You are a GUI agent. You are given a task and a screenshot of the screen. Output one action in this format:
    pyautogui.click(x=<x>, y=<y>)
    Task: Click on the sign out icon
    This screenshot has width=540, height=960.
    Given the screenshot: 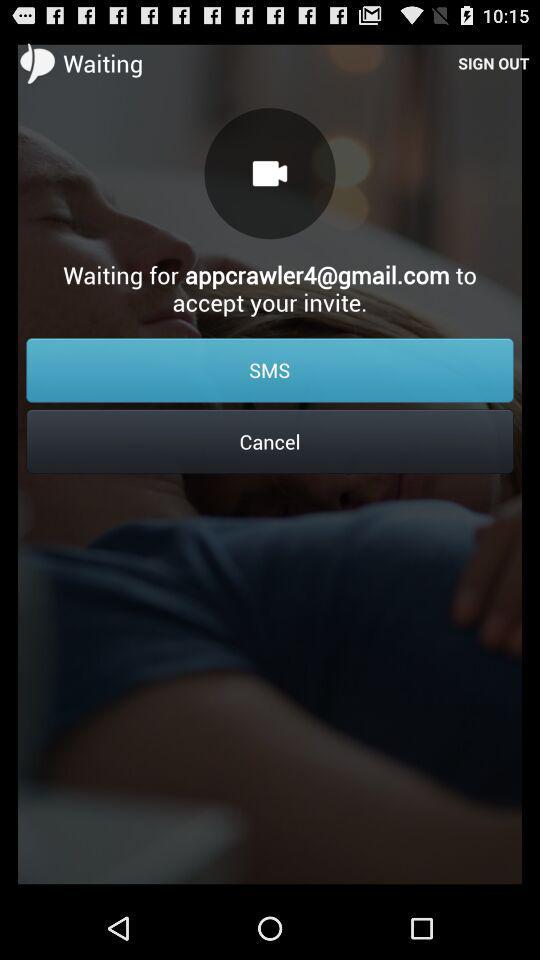 What is the action you would take?
    pyautogui.click(x=492, y=62)
    